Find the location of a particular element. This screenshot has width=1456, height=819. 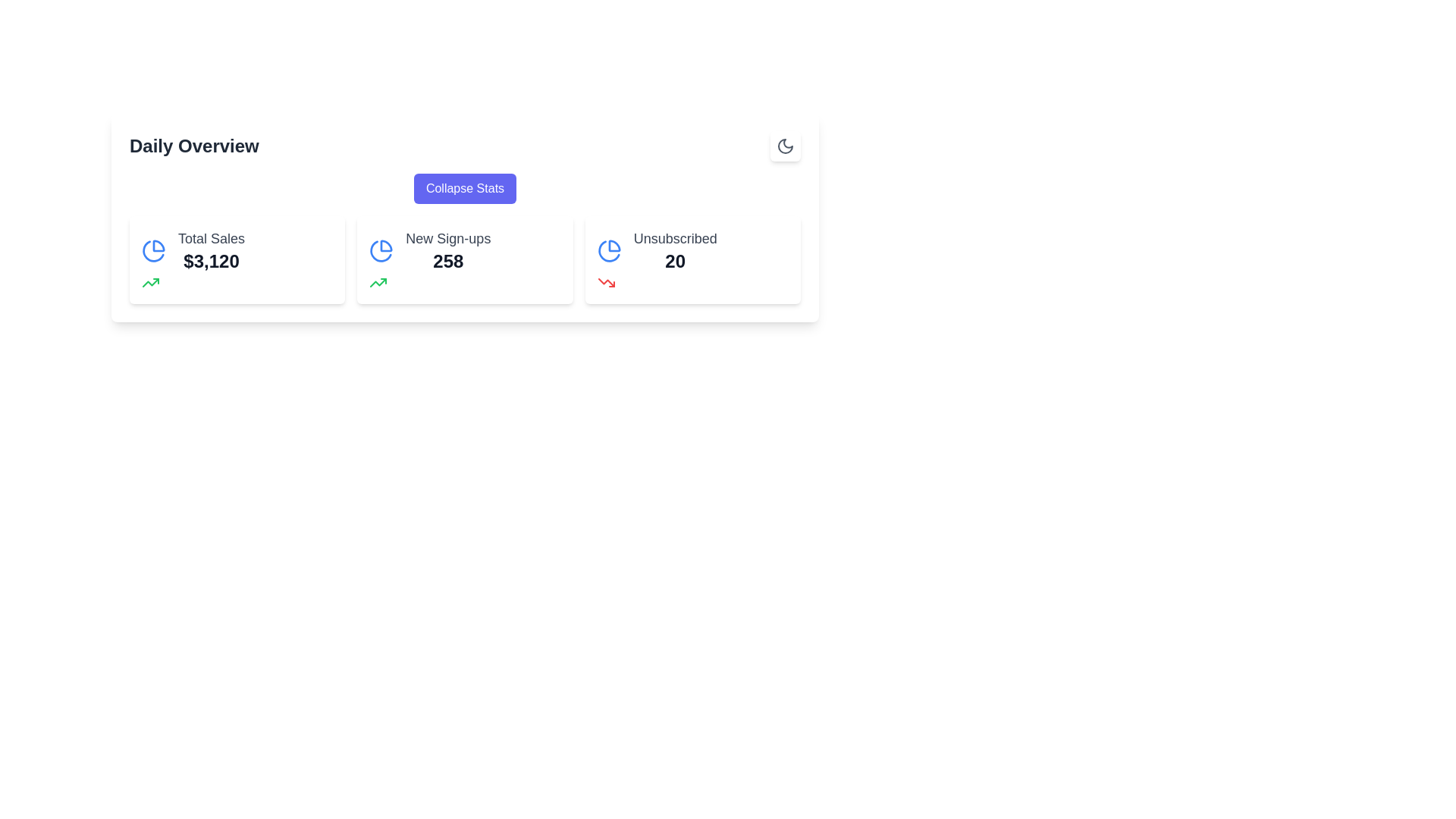

the text label that displays 'Unsubscribed', which is styled with a medium font weight in gray, located in the bottom row of the rightmost card is located at coordinates (674, 239).